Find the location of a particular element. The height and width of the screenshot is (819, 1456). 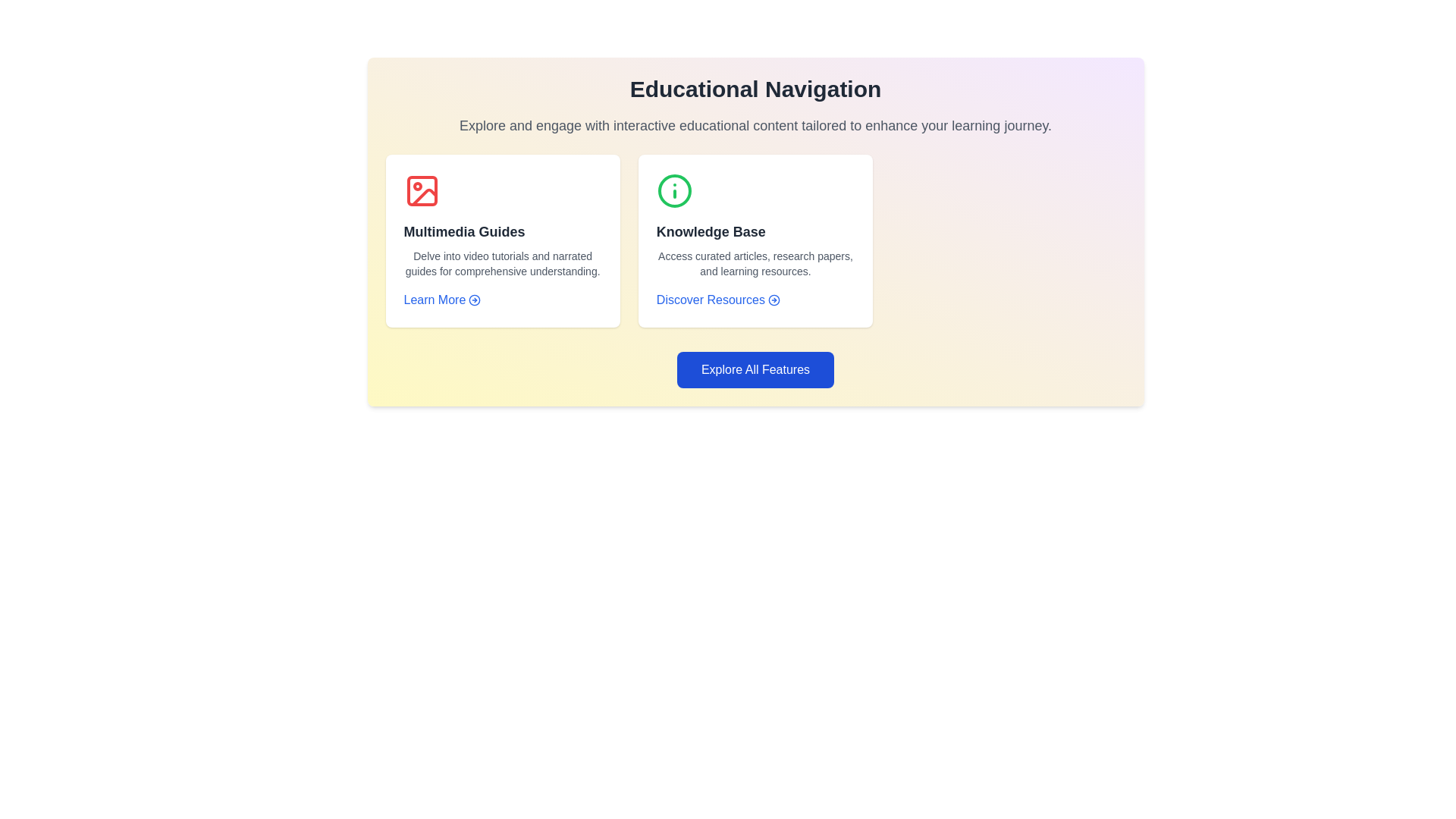

the information icon located at the top right corner of the 'Knowledge Base' card is located at coordinates (673, 190).